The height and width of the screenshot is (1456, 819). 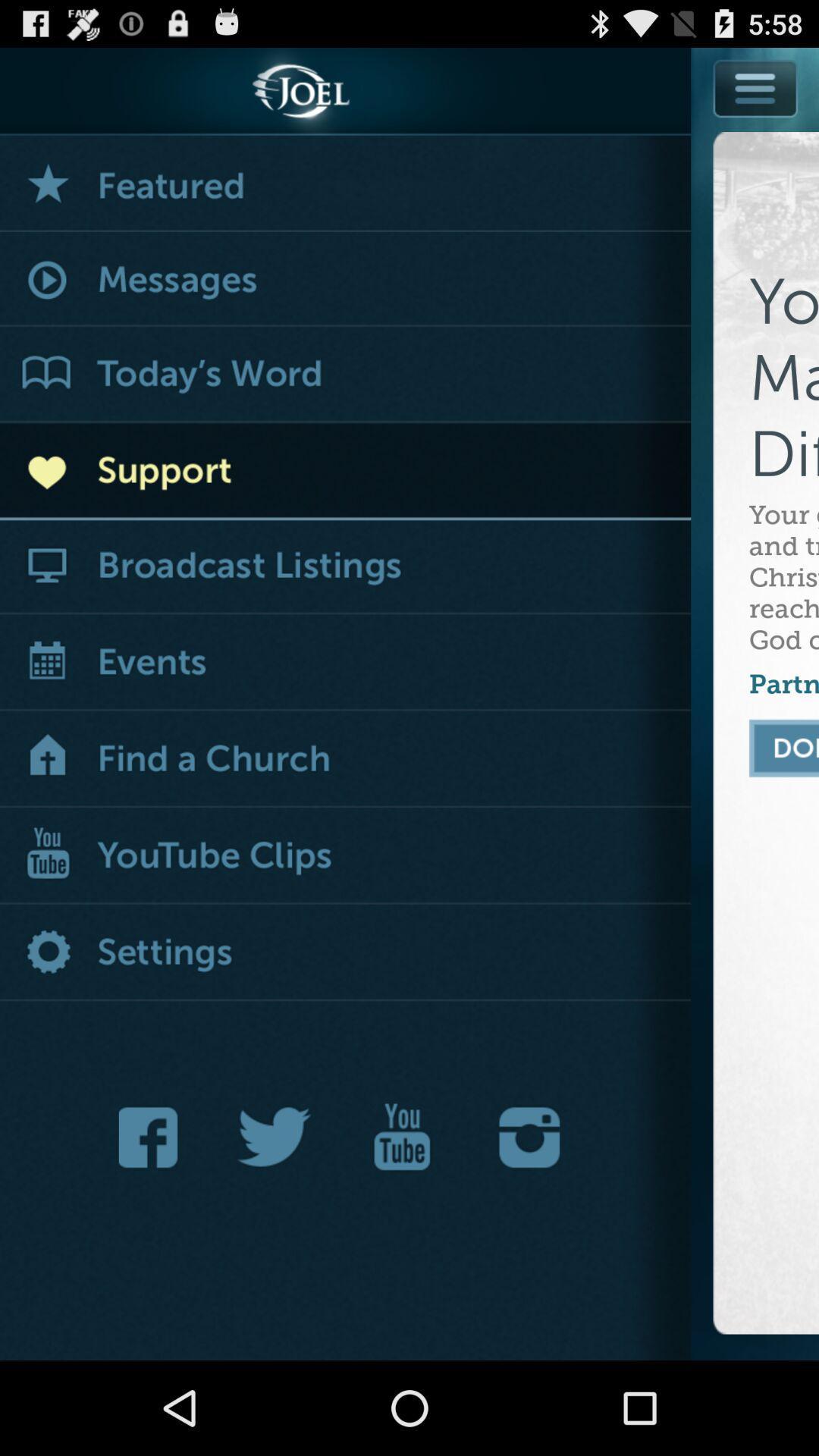 What do you see at coordinates (529, 1137) in the screenshot?
I see `instagram option` at bounding box center [529, 1137].